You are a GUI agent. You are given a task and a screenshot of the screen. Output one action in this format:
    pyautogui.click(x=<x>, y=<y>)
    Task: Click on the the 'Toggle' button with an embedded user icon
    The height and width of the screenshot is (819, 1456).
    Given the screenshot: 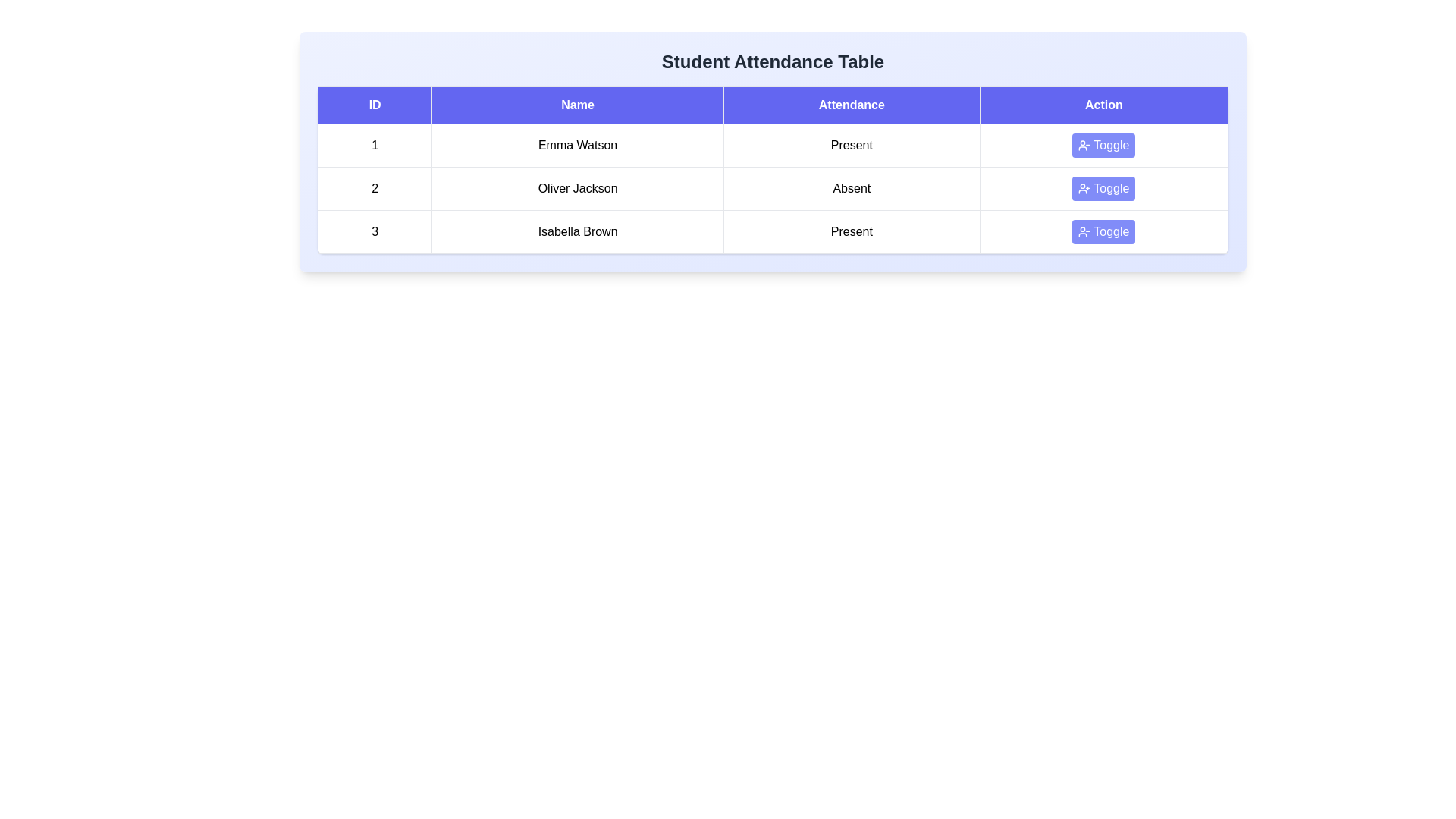 What is the action you would take?
    pyautogui.click(x=1103, y=188)
    